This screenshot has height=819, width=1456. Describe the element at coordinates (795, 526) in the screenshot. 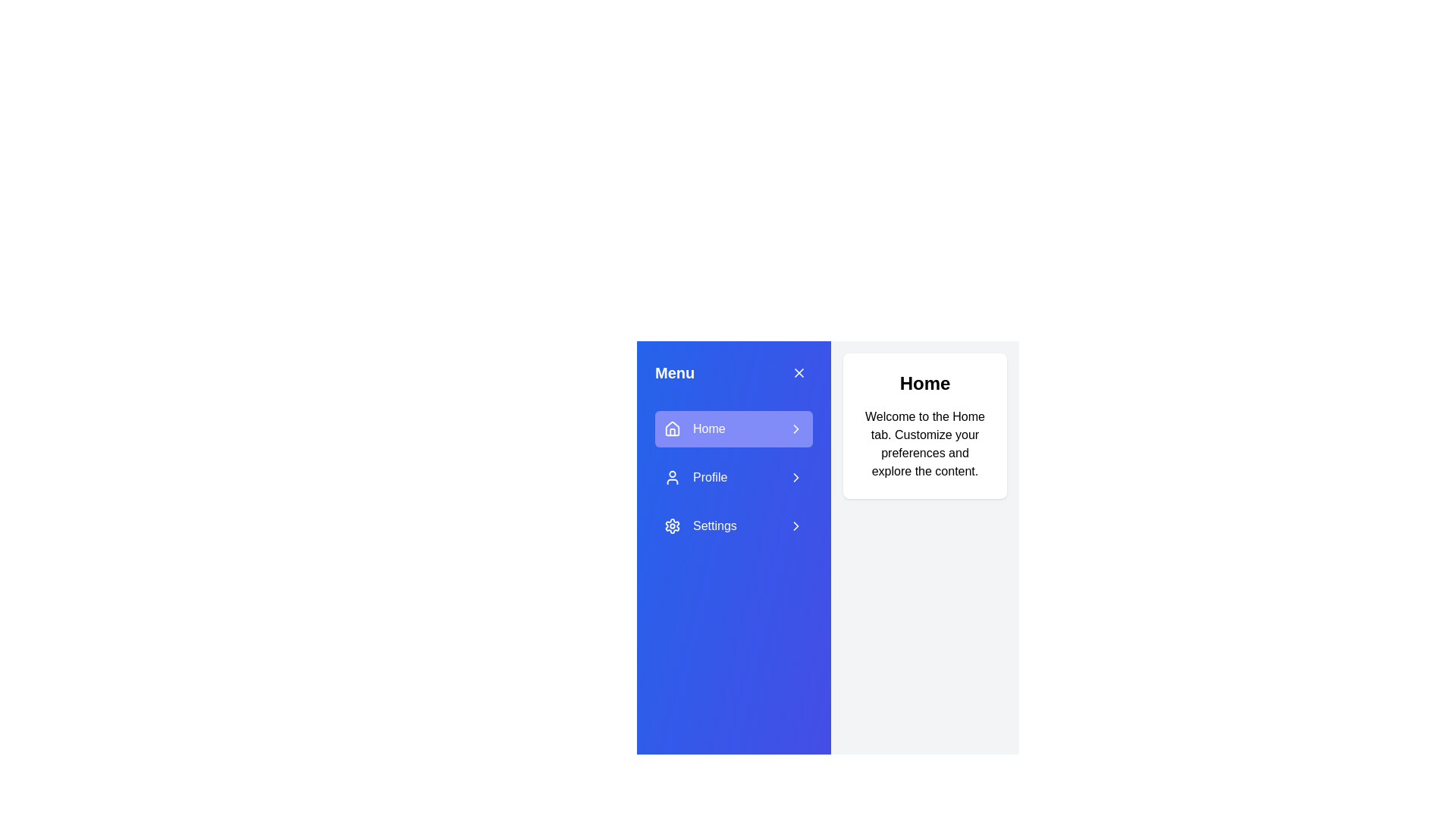

I see `the right-pointing chevron icon located to the far right side of the 'Settings' item in the vertical menu` at that location.